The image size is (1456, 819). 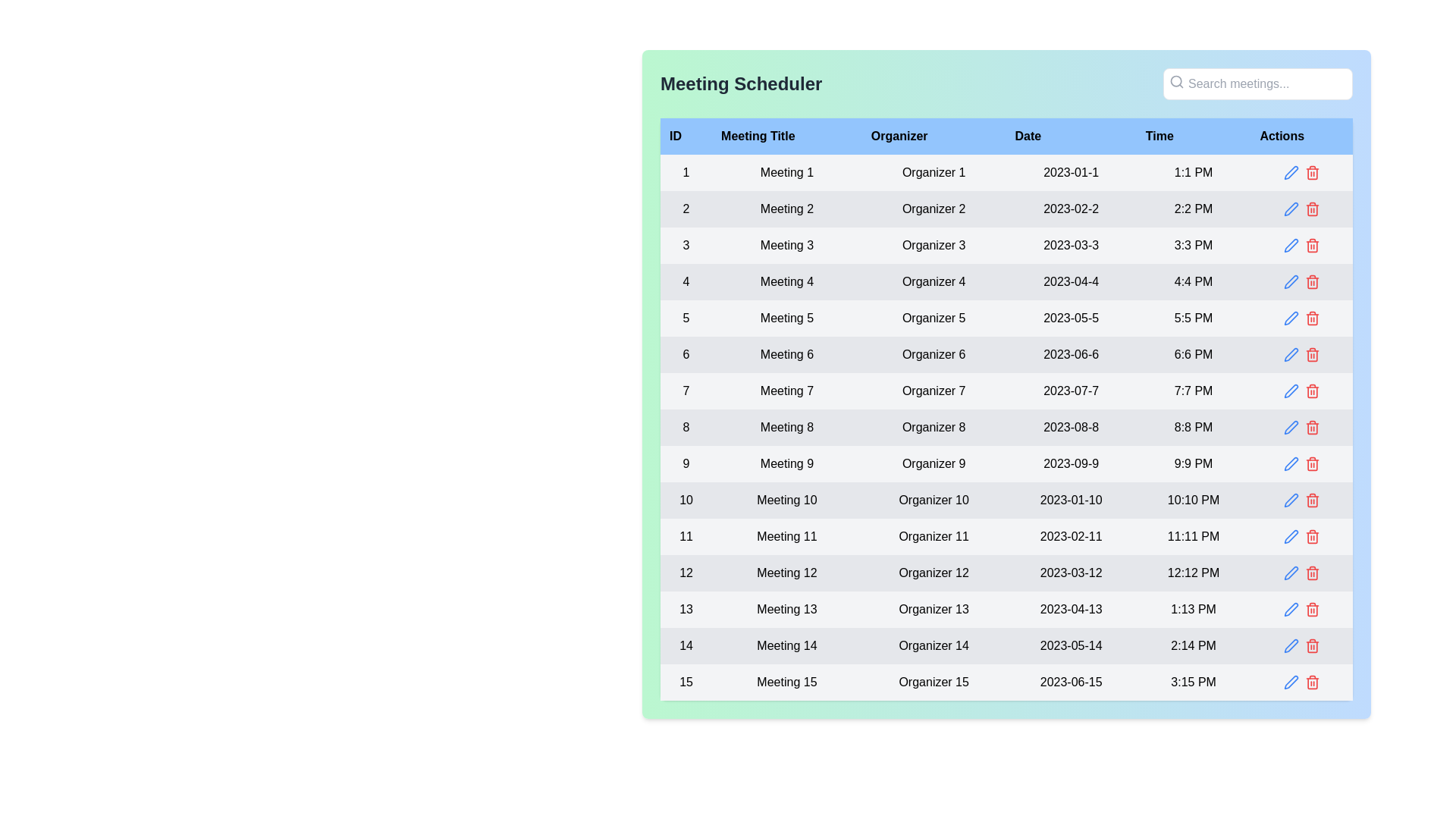 I want to click on the Text Label displaying the name of the organizer for Meeting 7 located in the 7th row of the schedule table, so click(x=933, y=391).